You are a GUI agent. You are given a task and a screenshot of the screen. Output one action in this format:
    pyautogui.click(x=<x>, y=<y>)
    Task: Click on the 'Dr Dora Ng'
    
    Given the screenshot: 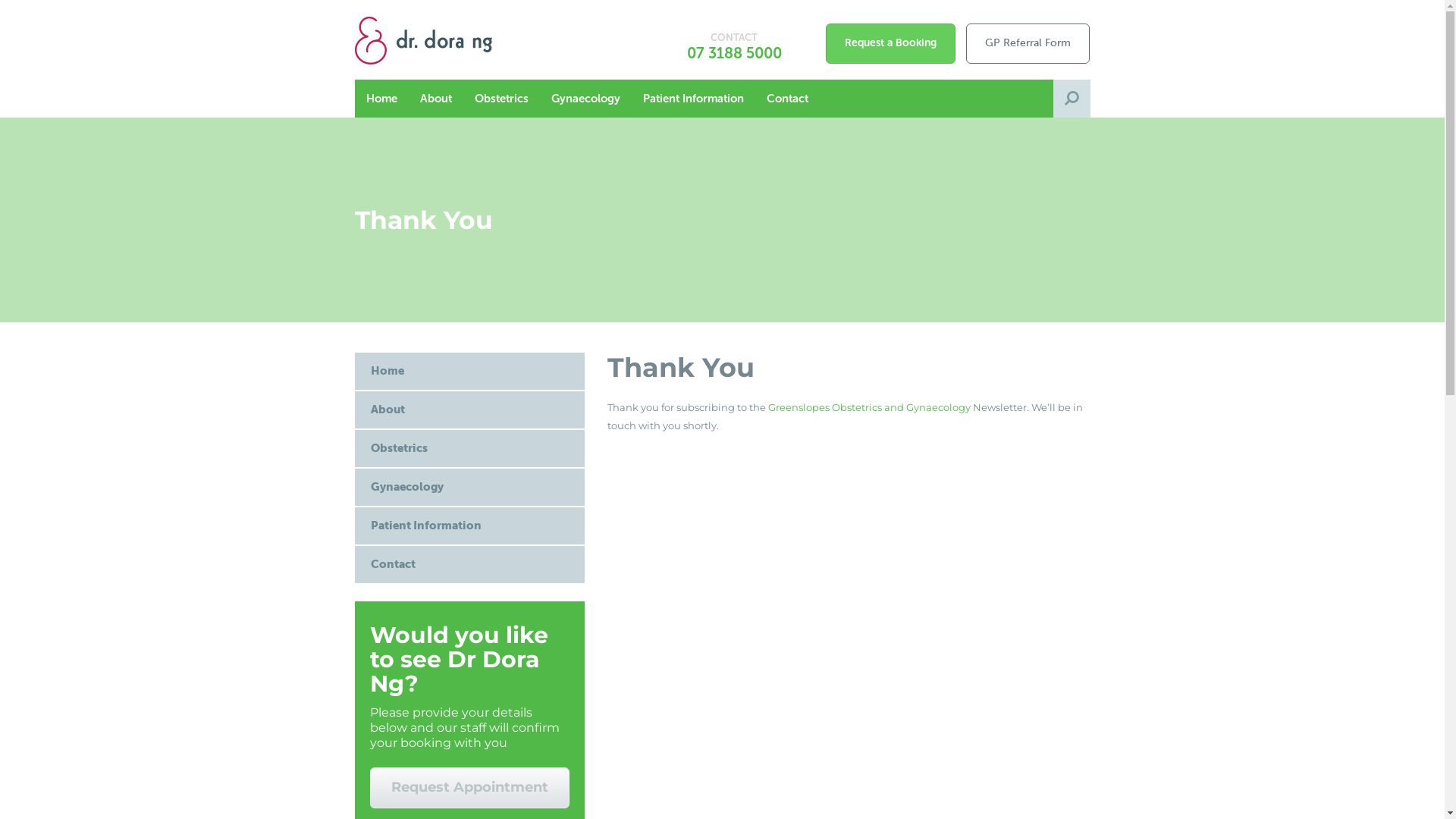 What is the action you would take?
    pyautogui.click(x=444, y=38)
    